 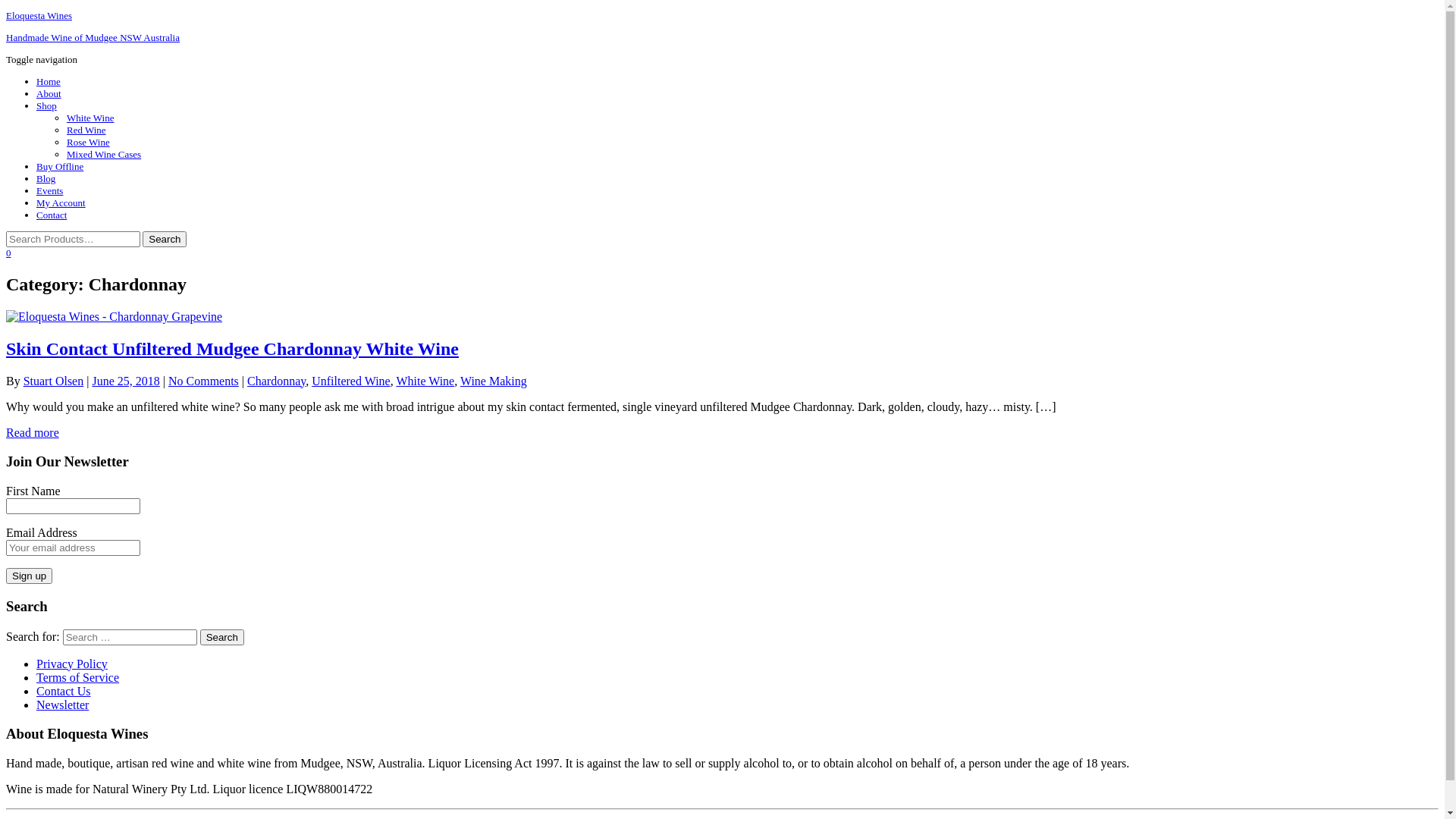 I want to click on 'Terms of Service', so click(x=77, y=676).